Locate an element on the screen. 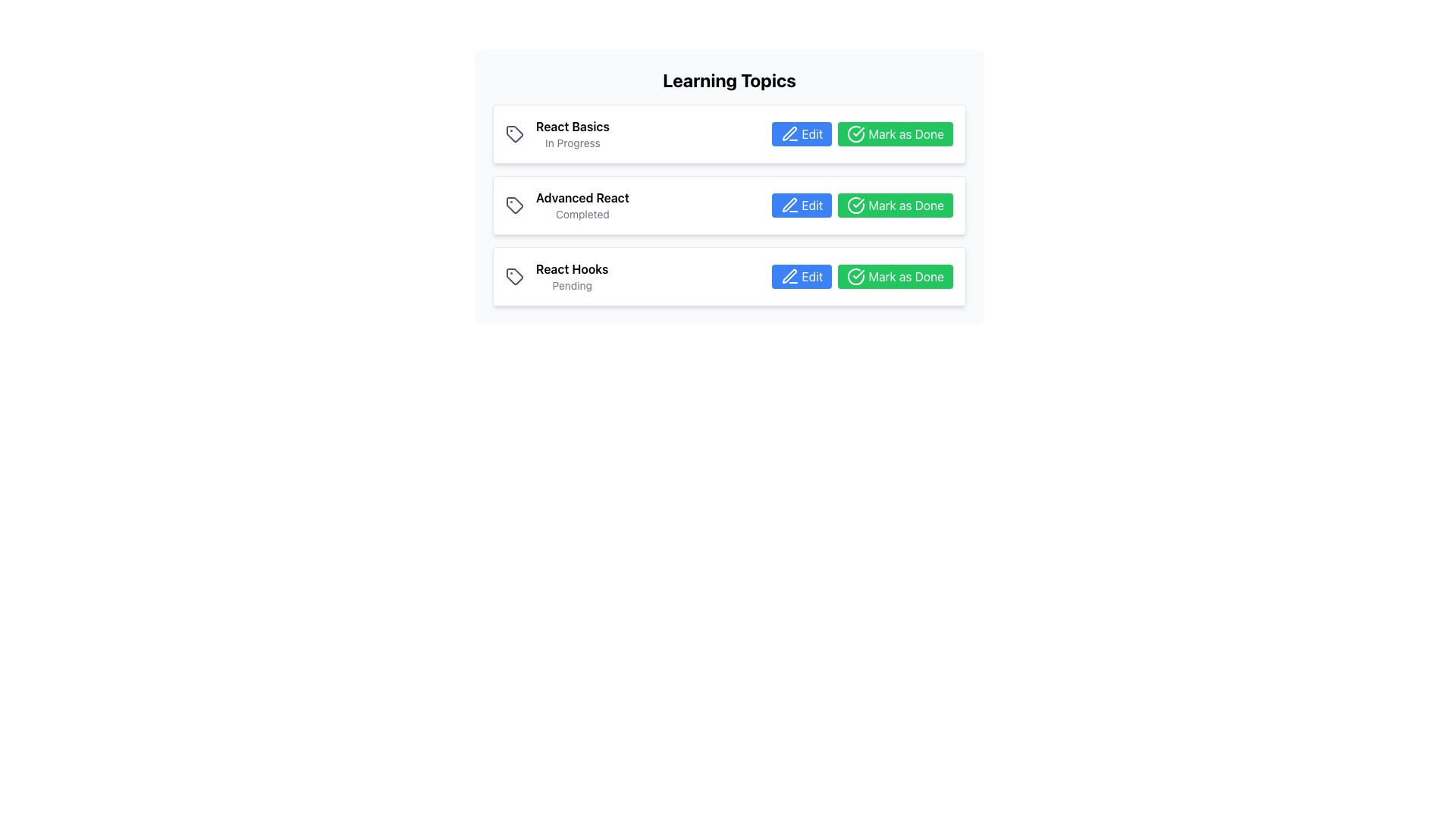 The height and width of the screenshot is (819, 1456). the icon inside the green button labeled 'Mark as Done', which is positioned to the right of the 'Edit' button in the first row of tasks is located at coordinates (856, 133).